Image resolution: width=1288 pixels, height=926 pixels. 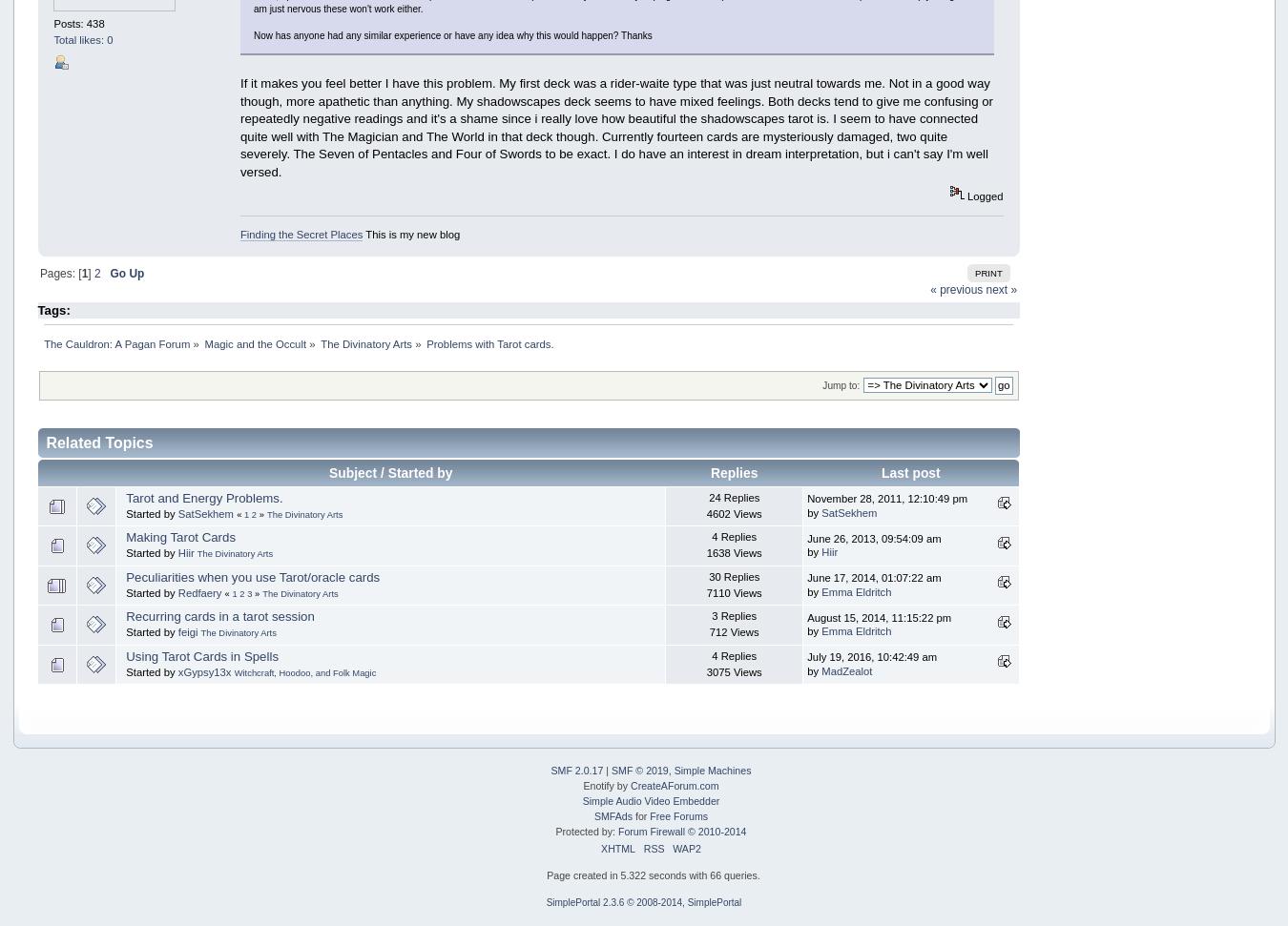 I want to click on 'Related Topics', so click(x=45, y=442).